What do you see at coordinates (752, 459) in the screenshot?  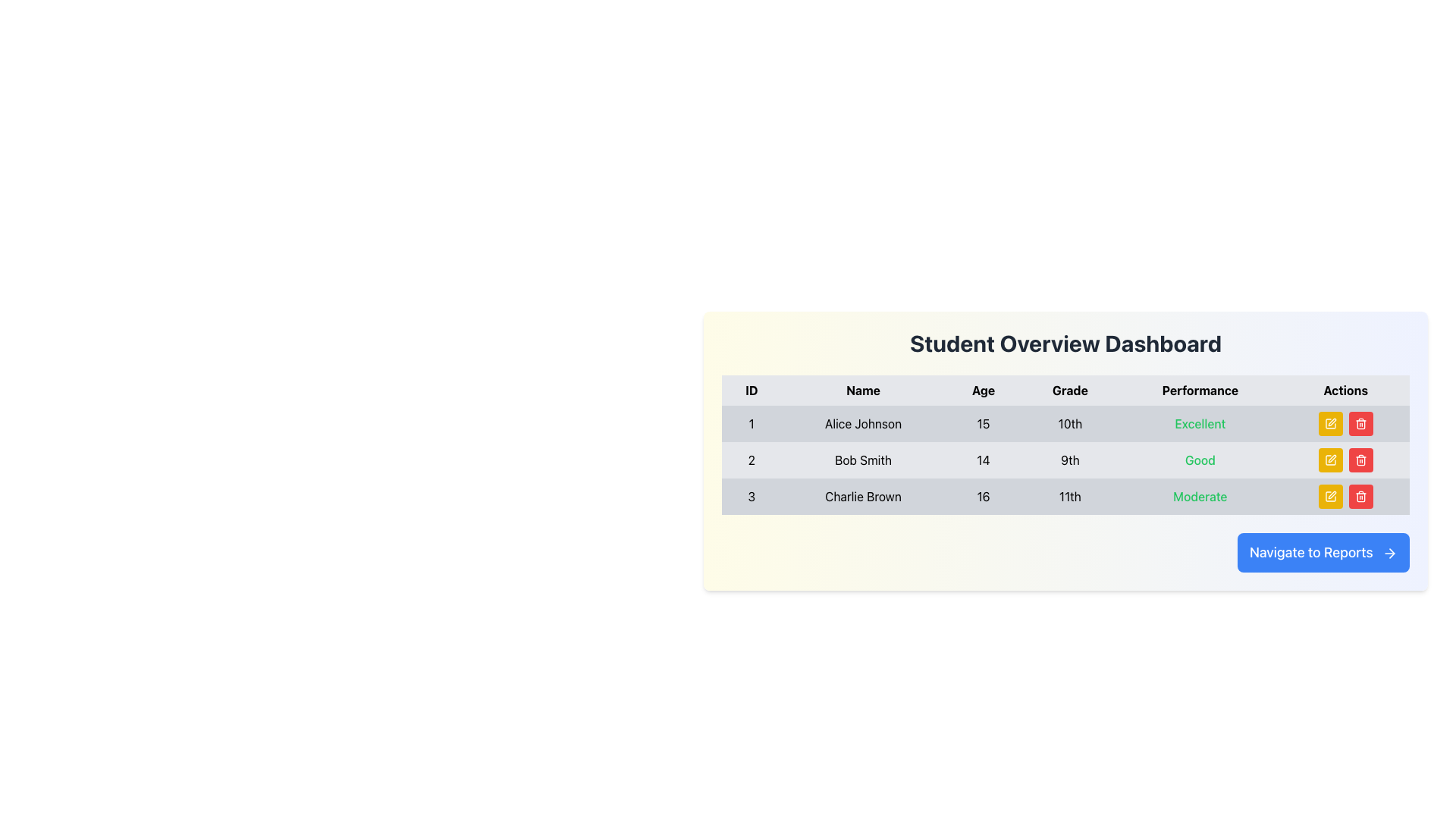 I see `the static text element indicating the ID number located on the second row of the table under the 'ID' column` at bounding box center [752, 459].